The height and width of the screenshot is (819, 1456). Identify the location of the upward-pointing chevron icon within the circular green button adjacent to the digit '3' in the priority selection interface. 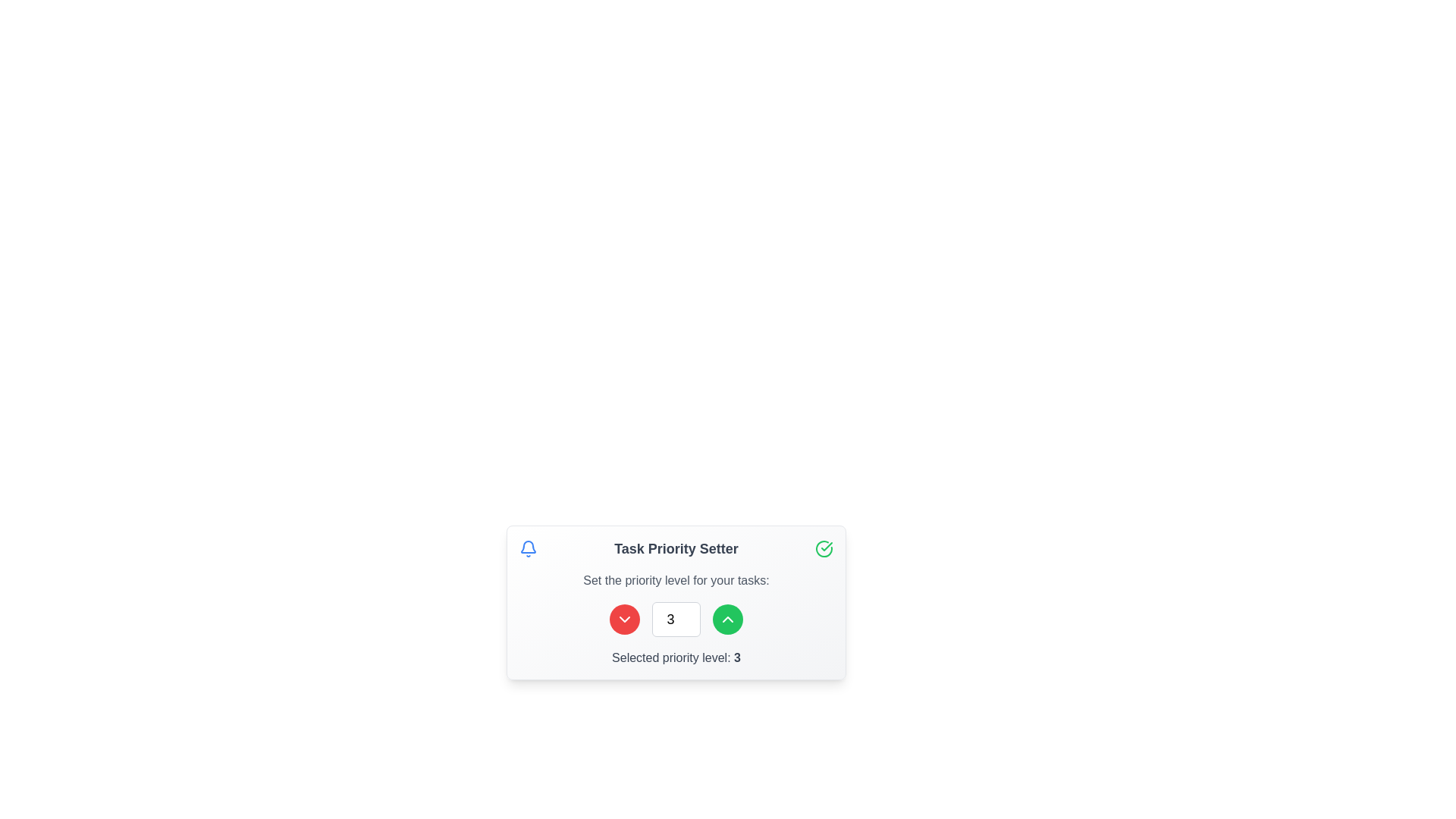
(728, 620).